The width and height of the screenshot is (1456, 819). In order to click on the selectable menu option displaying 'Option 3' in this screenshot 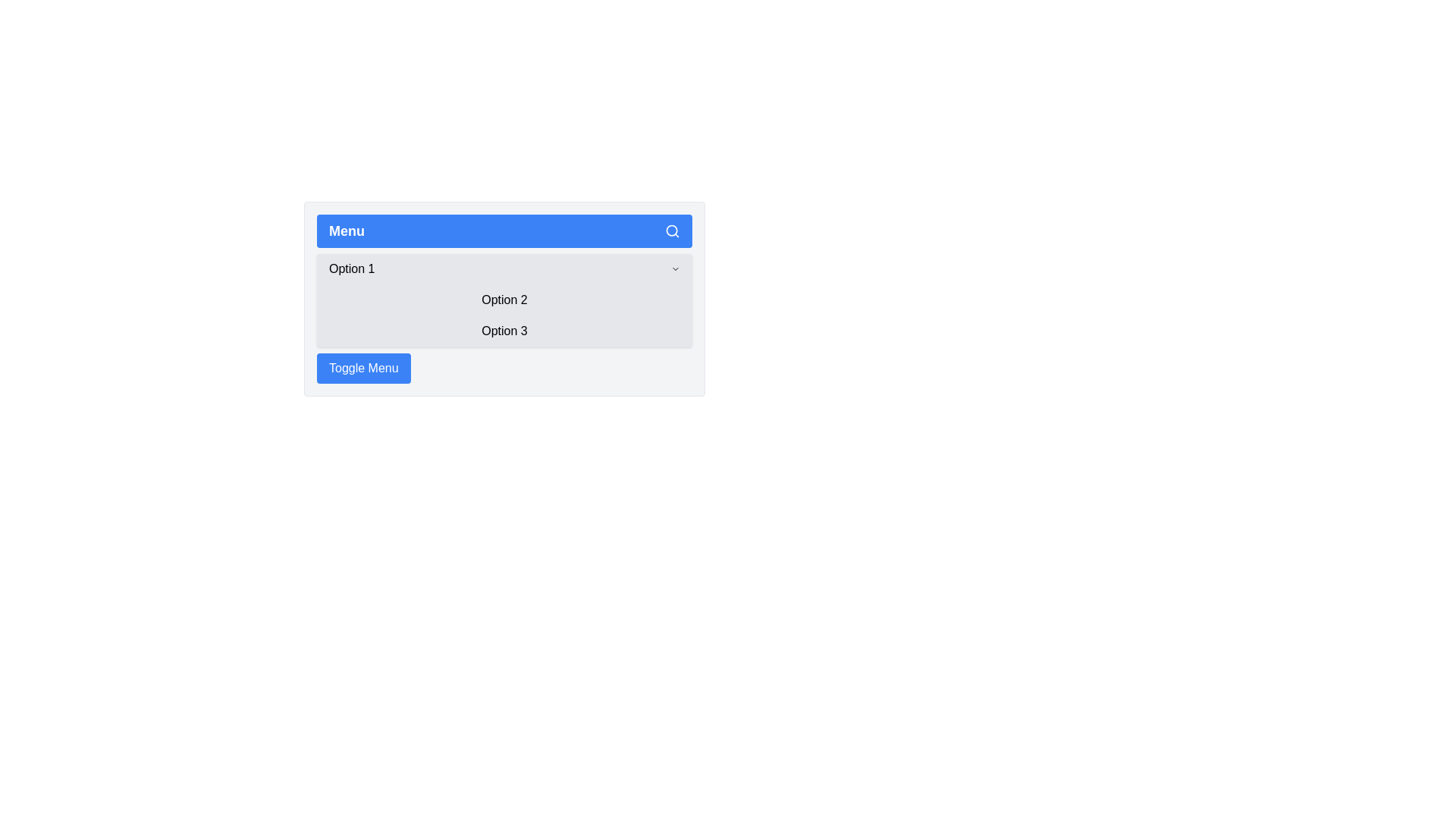, I will do `click(504, 331)`.